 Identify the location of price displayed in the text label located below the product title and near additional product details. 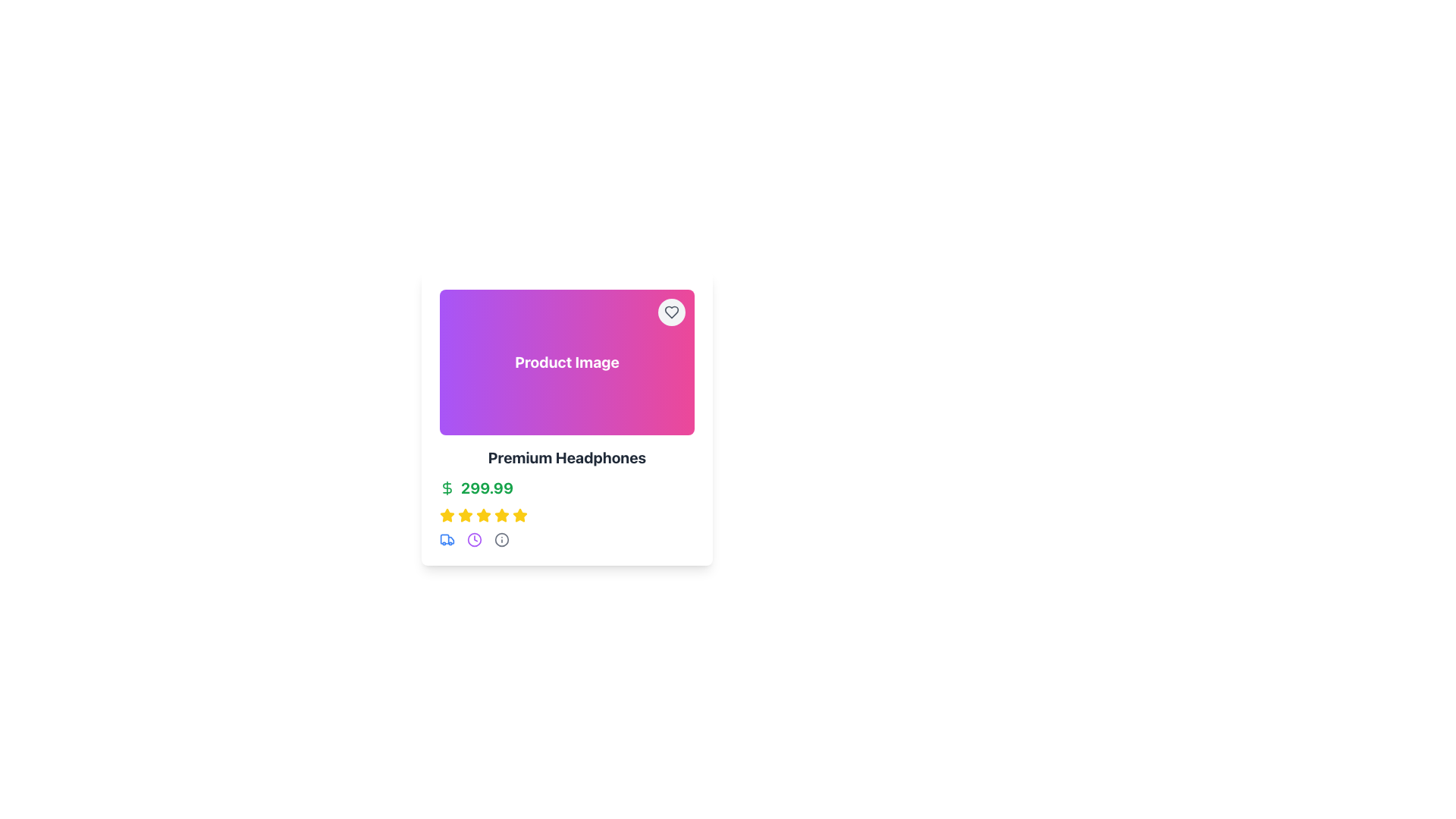
(487, 488).